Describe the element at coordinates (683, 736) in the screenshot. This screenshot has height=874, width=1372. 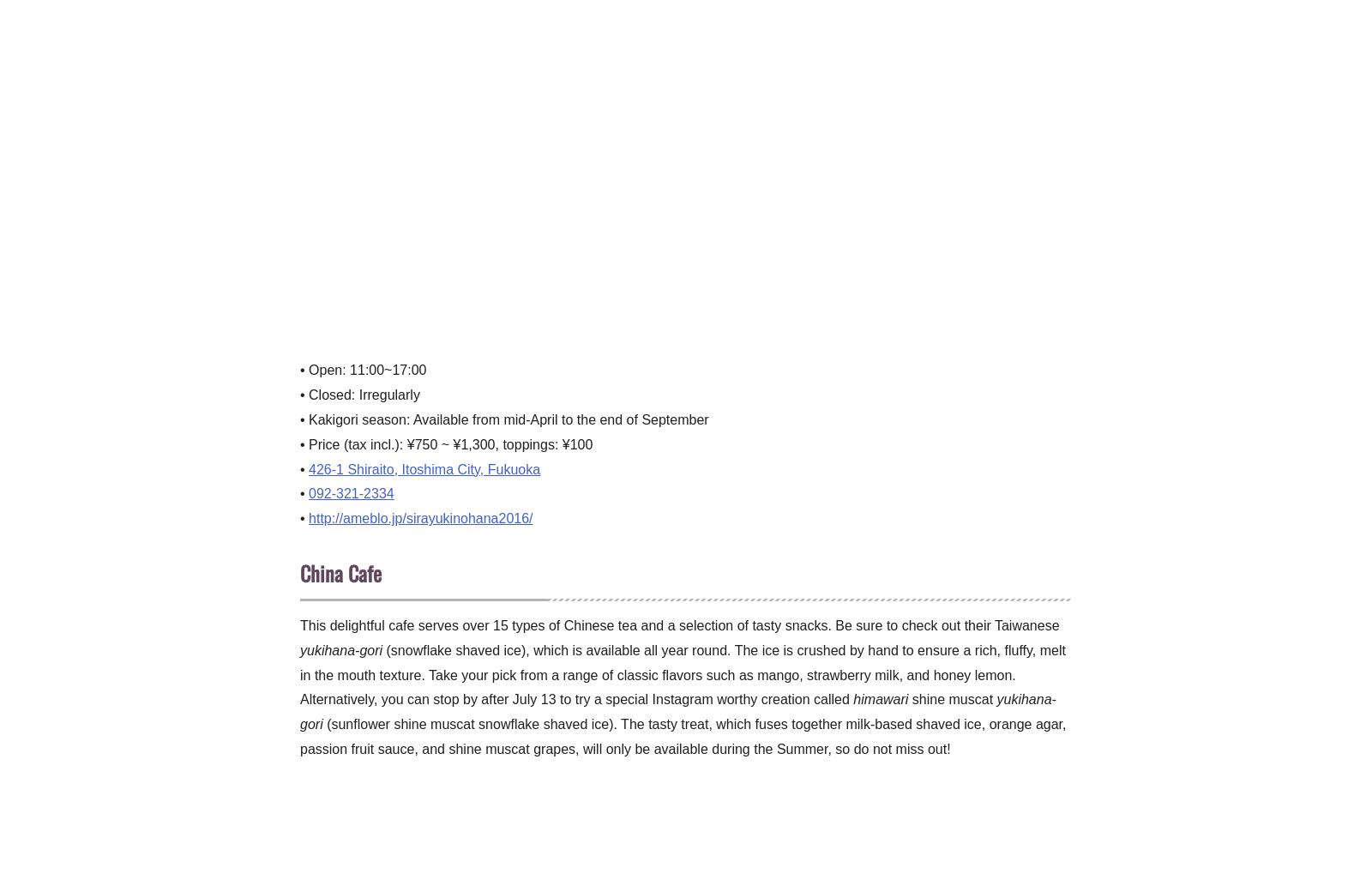
I see `'(sunflower shine muscat snowflake shaved ice). The tasty treat, which fuses together milk-based shaved ice, orange agar, passion fruit sauce, and shine muscat grapes, will only be available during the Summer, so do not miss out!'` at that location.